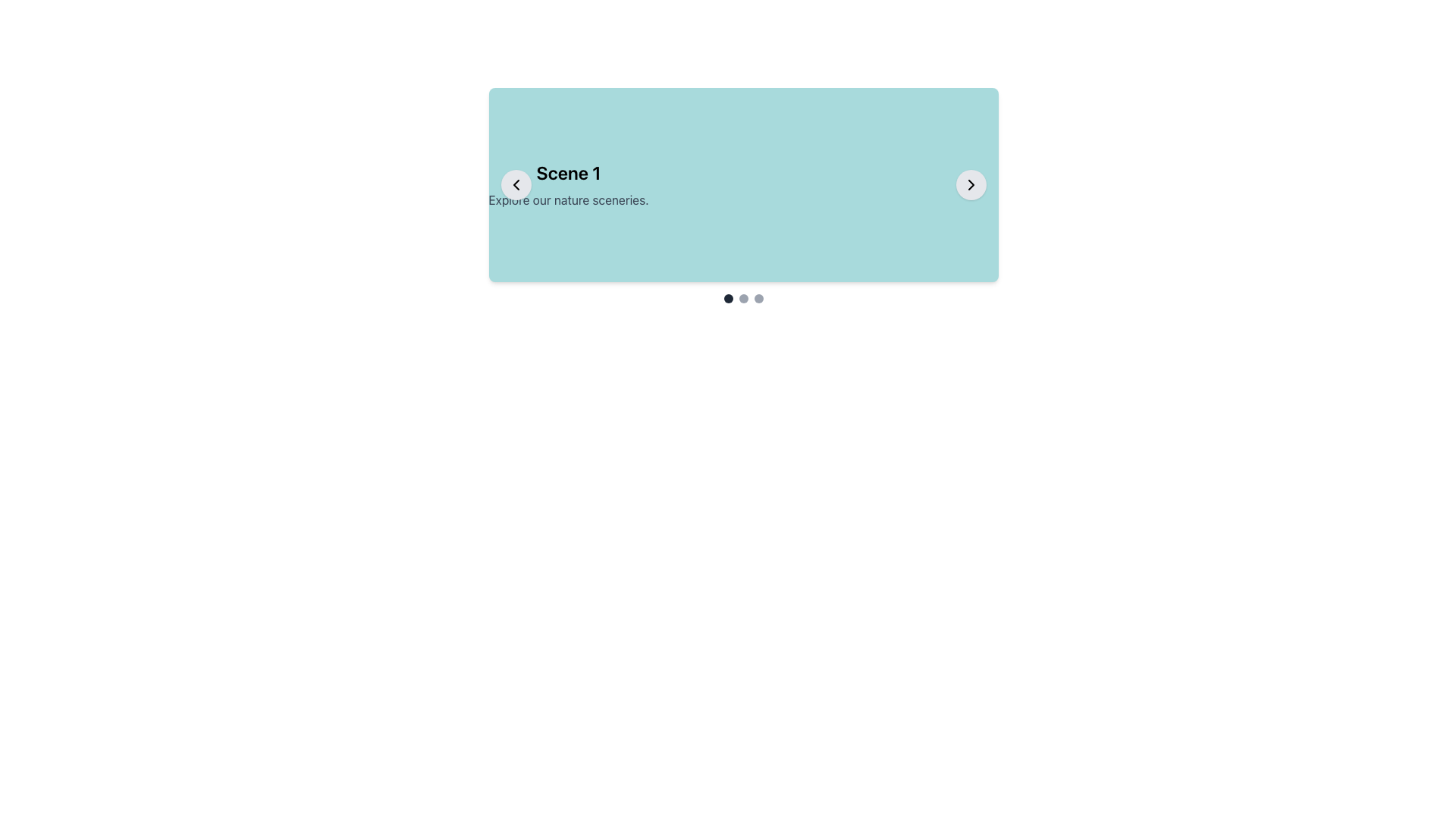 Image resolution: width=1456 pixels, height=819 pixels. Describe the element at coordinates (971, 184) in the screenshot. I see `the rightward chevron SVG icon within the rounded button located at the far right of the blue card component` at that location.